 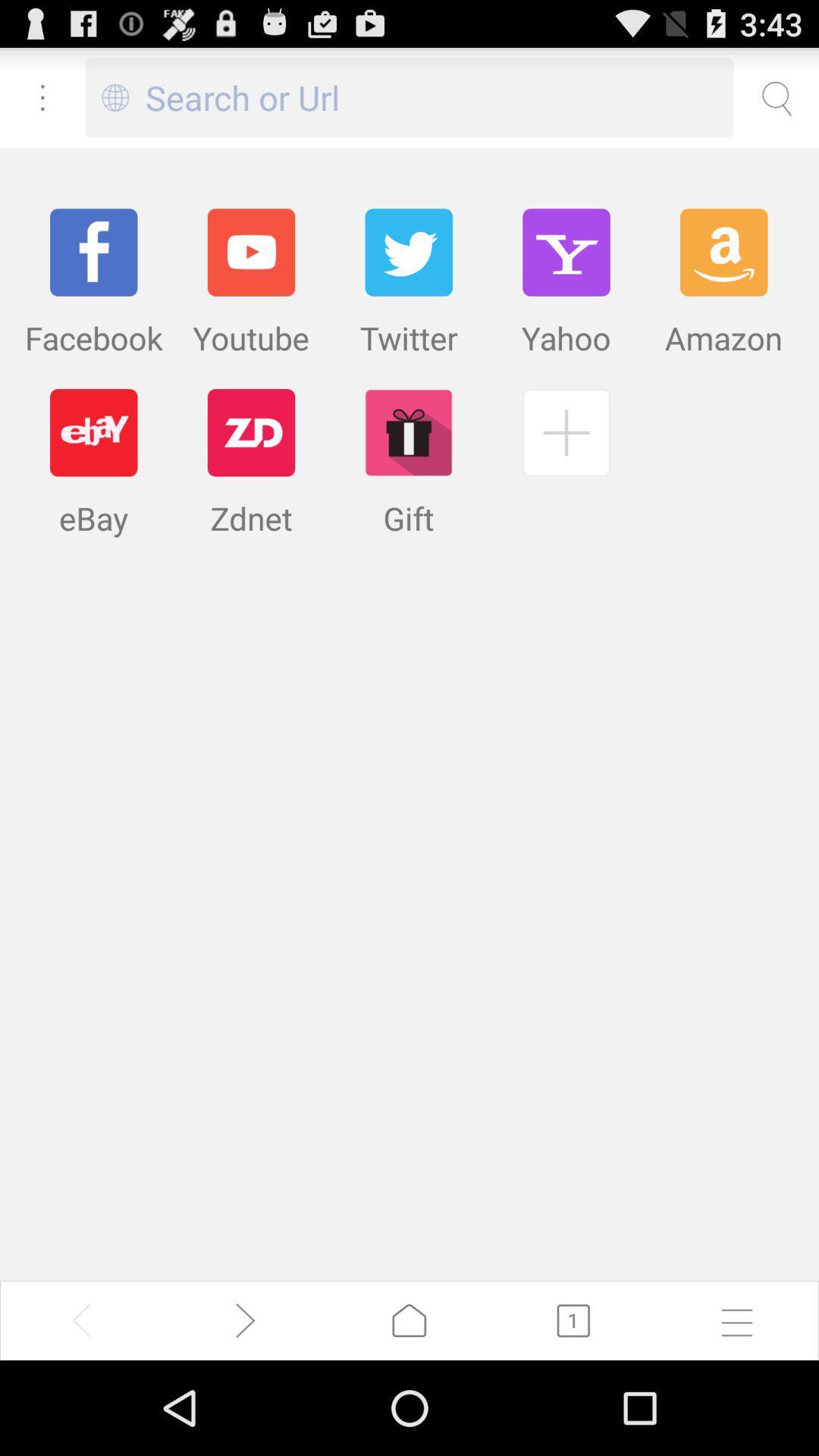 I want to click on the globe icon, so click(x=115, y=104).